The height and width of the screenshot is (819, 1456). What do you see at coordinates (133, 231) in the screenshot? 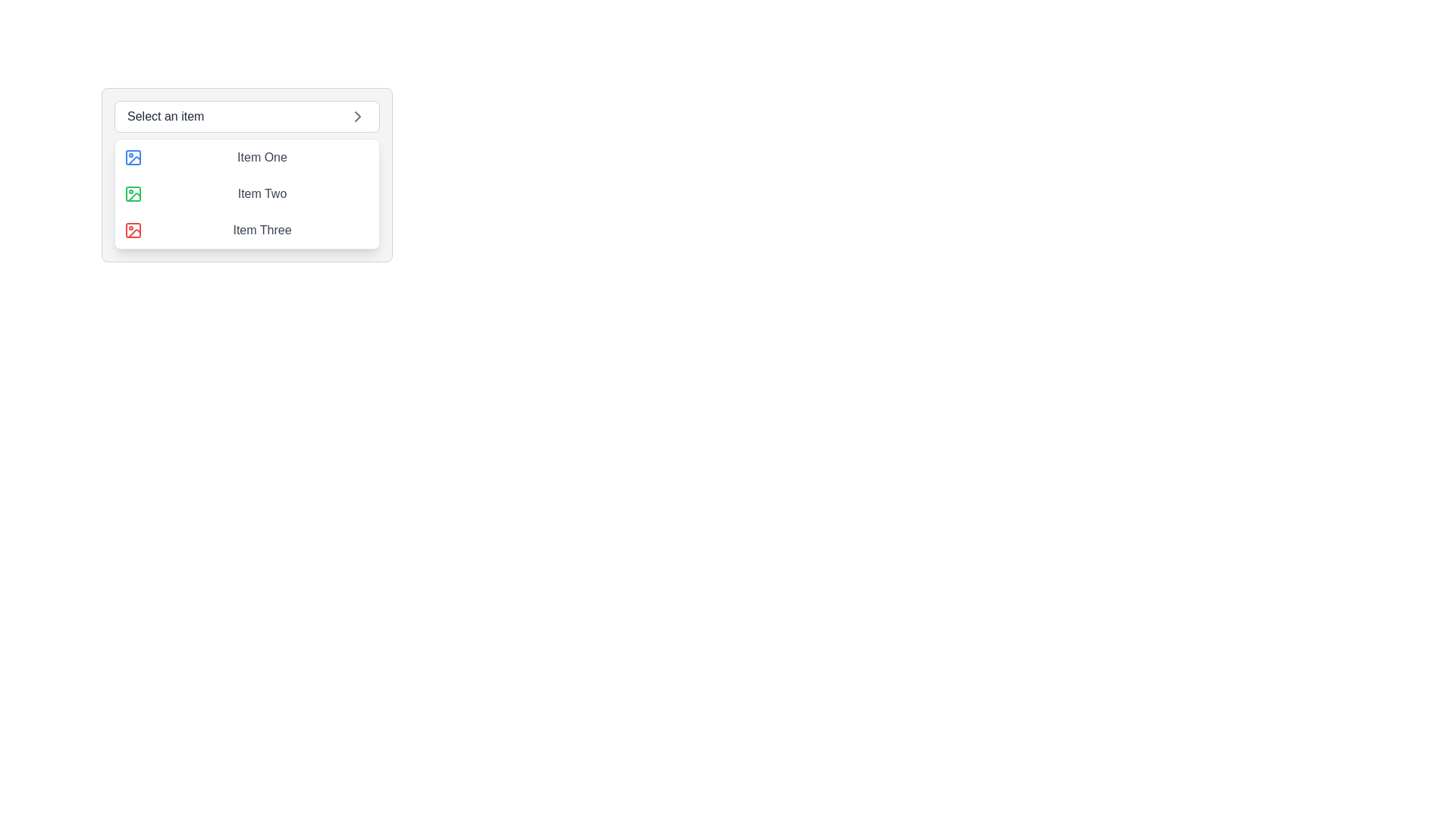
I see `the graphical icon representing the 'Item Three' option in the dropdown menu, located at the leftmost side adjacent to the text label` at bounding box center [133, 231].